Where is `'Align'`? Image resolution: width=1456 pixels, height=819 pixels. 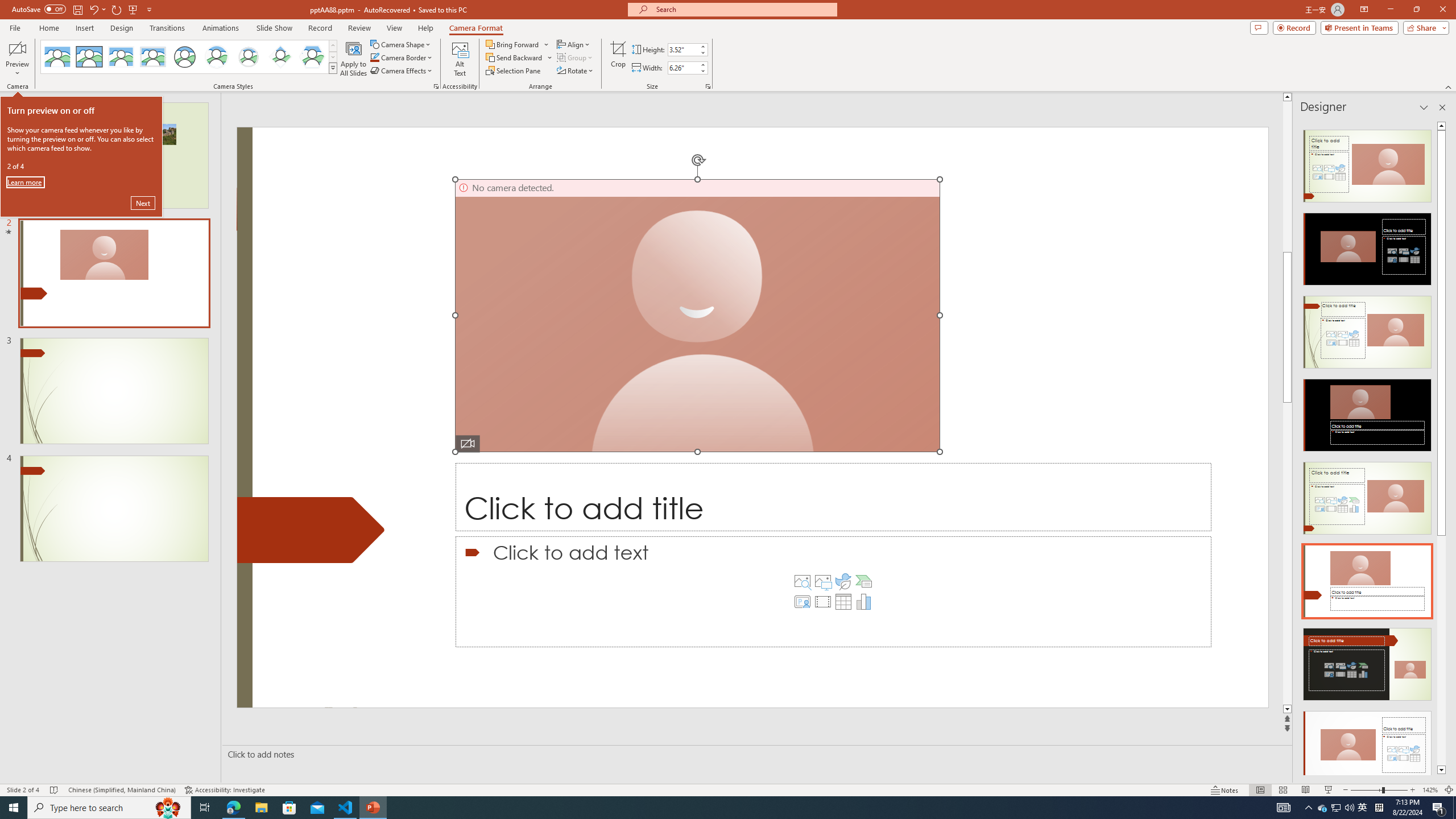
'Align' is located at coordinates (573, 44).